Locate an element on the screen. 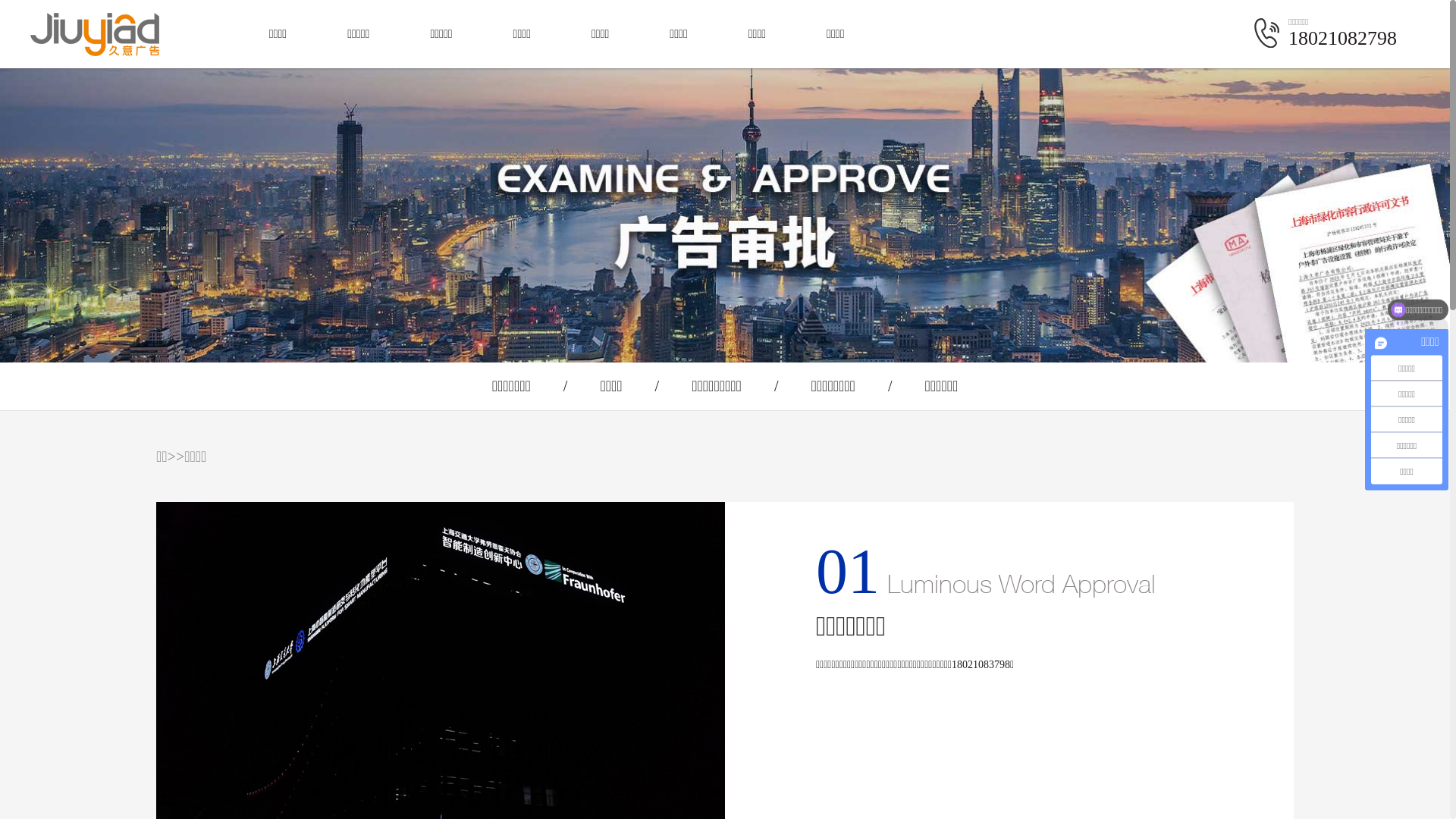 Image resolution: width=1456 pixels, height=819 pixels. '18021082798' is located at coordinates (1342, 37).